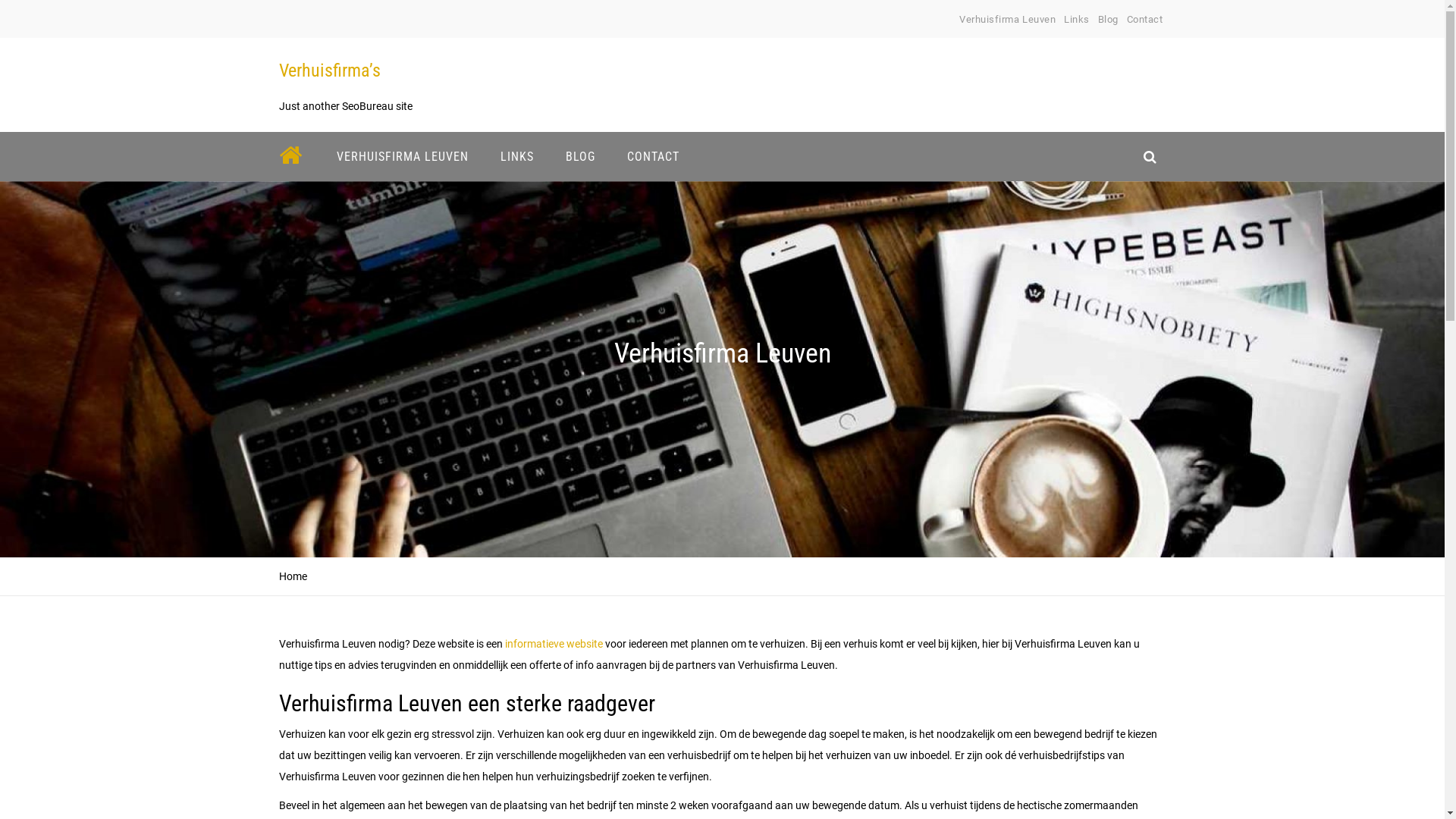 The image size is (1456, 819). Describe the element at coordinates (1149, 156) in the screenshot. I see `'search_icon'` at that location.